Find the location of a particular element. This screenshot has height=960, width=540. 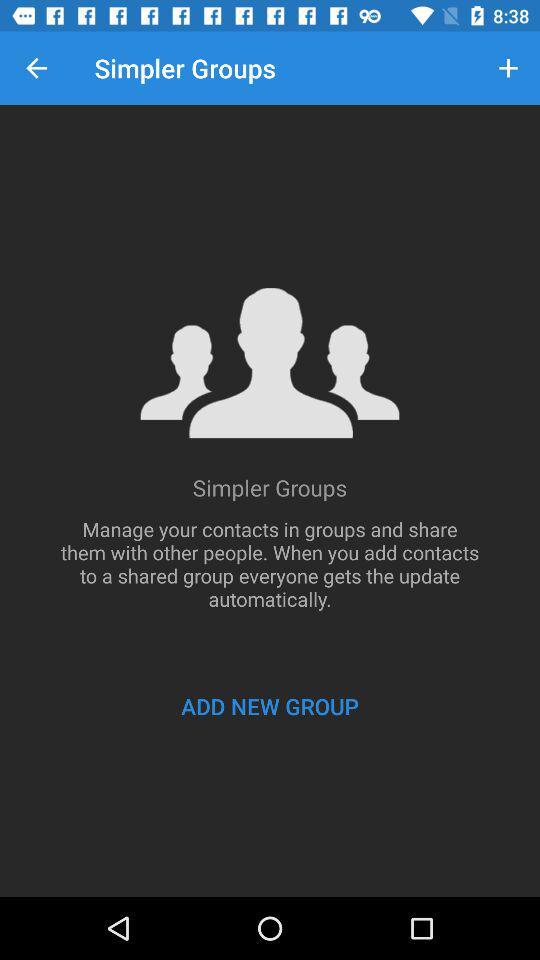

item at the top left corner is located at coordinates (36, 68).